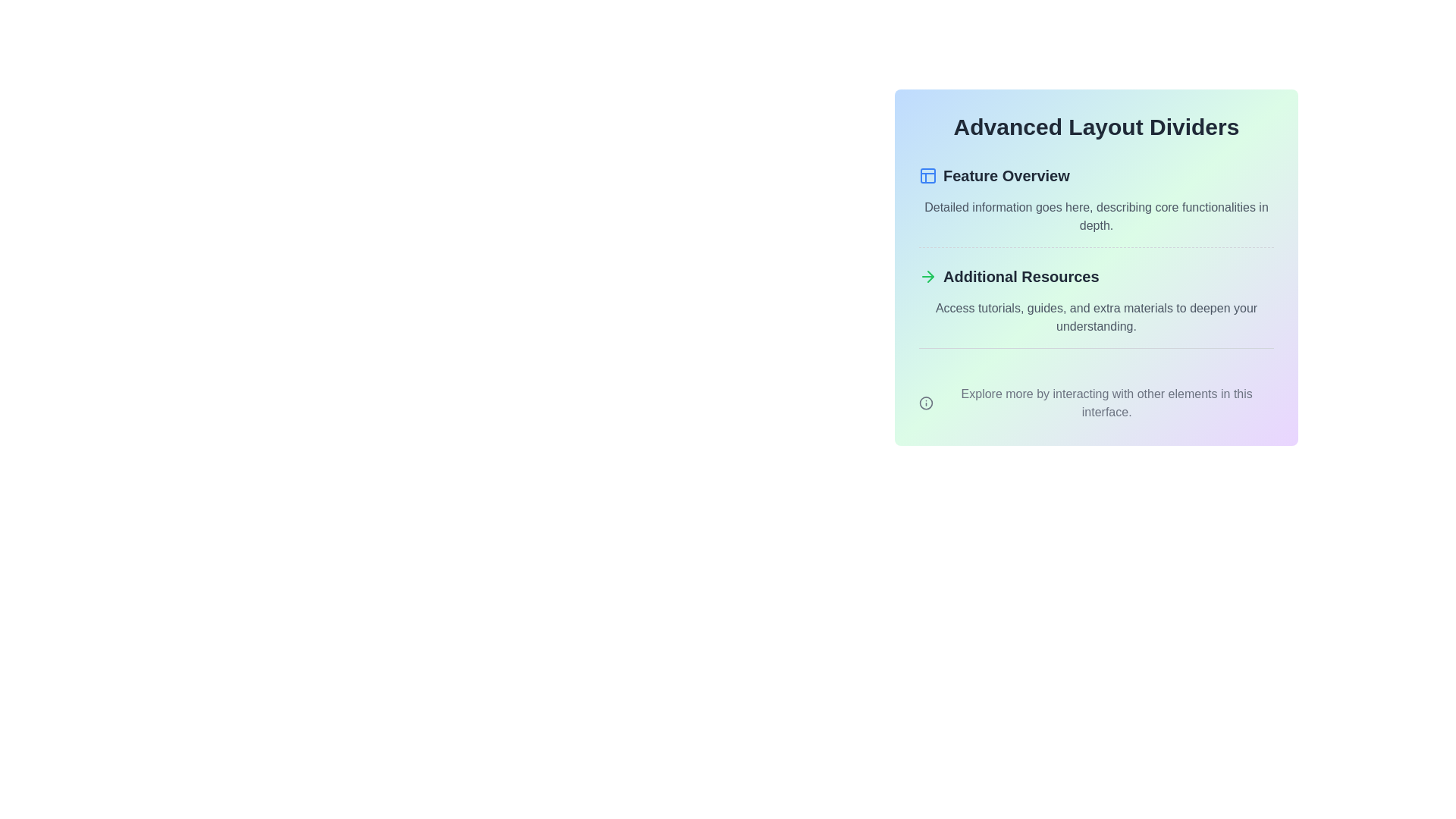  What do you see at coordinates (1096, 317) in the screenshot?
I see `text content 'Access tutorials, guides, and extra materials to deepen your understanding.' located in the 'Additional Resources' section below the 'Advanced Layout Dividers' header` at bounding box center [1096, 317].